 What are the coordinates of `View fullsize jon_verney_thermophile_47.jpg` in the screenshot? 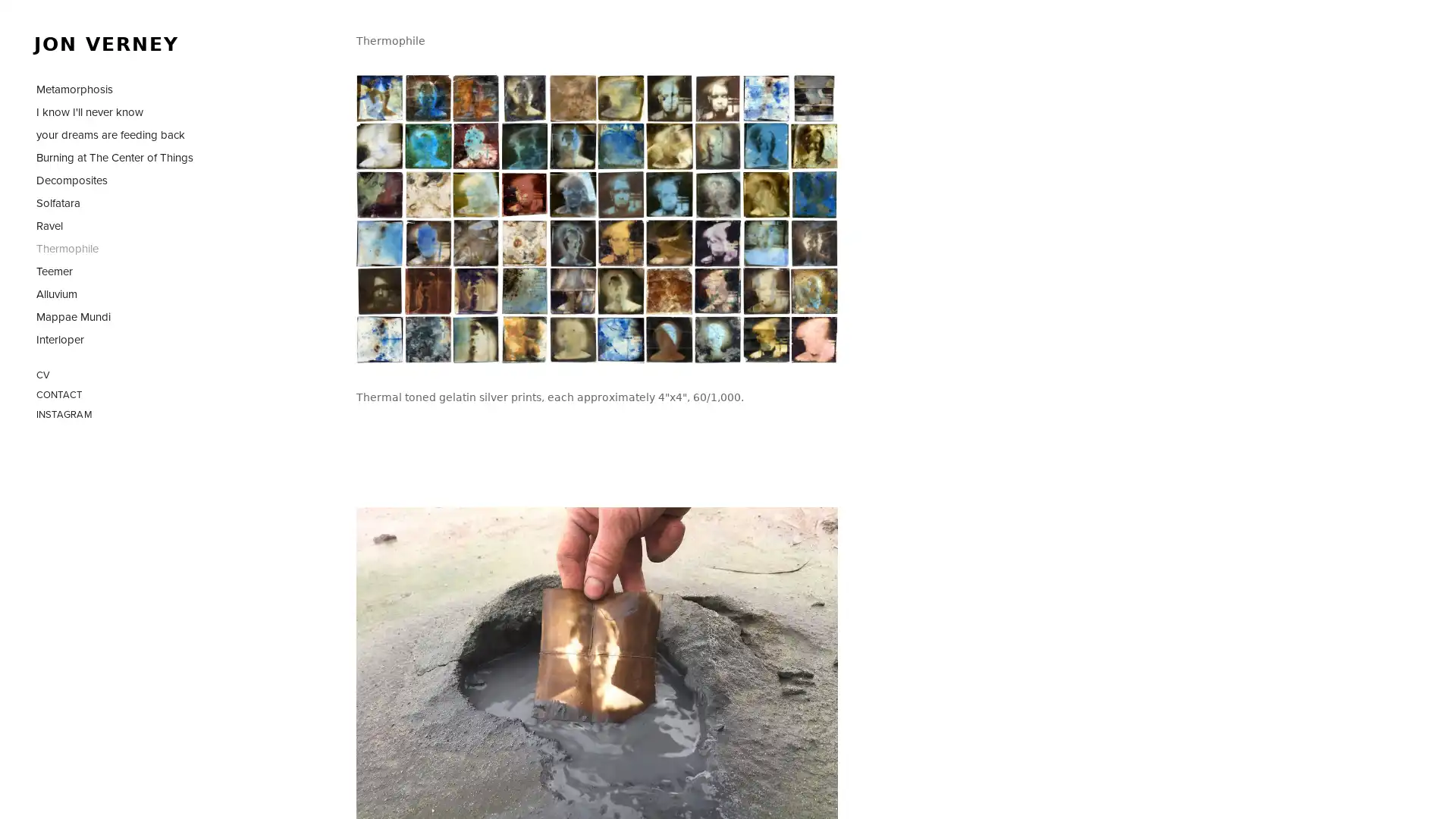 It's located at (668, 97).